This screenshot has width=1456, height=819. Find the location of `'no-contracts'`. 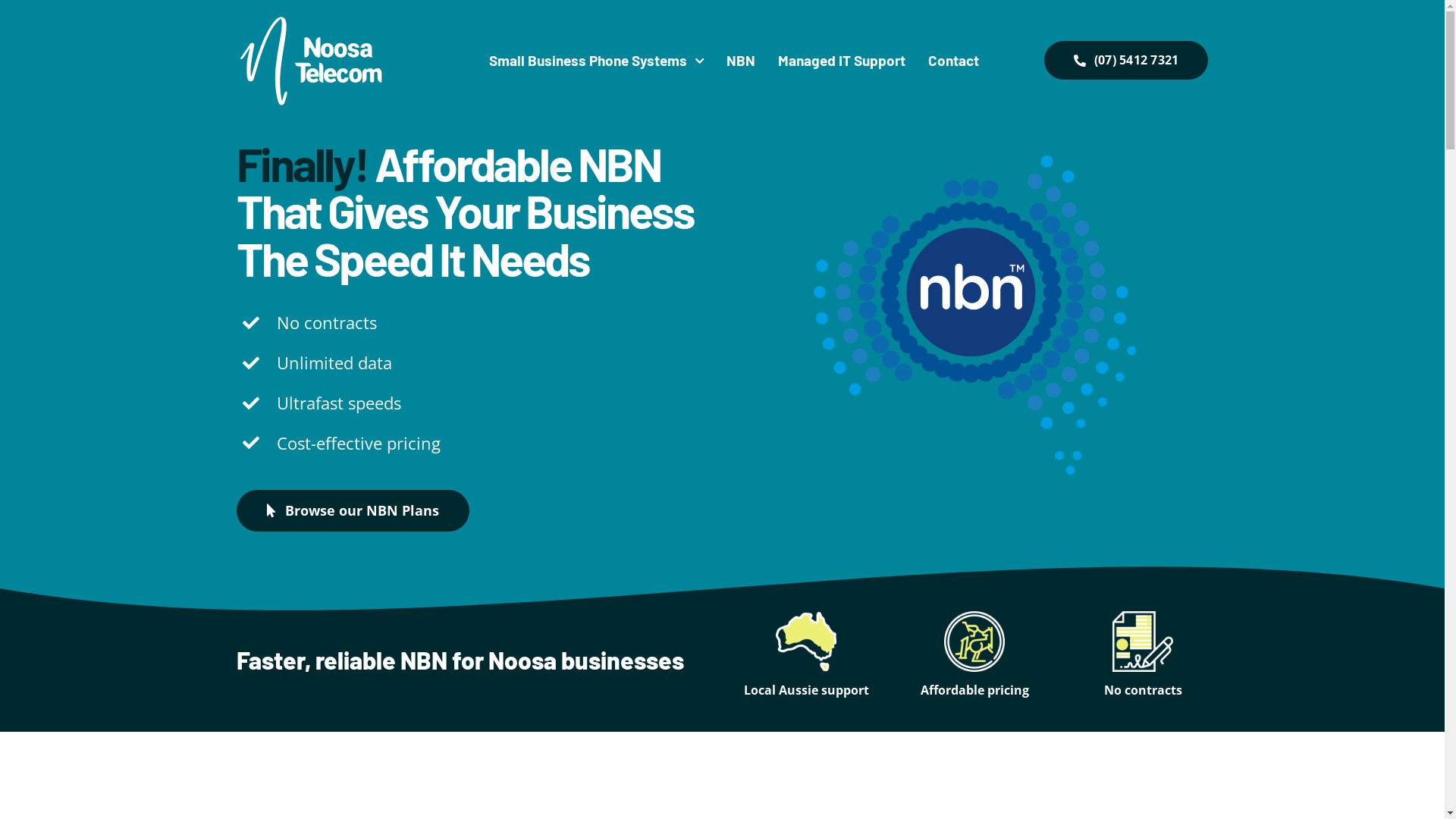

'no-contracts' is located at coordinates (1143, 641).